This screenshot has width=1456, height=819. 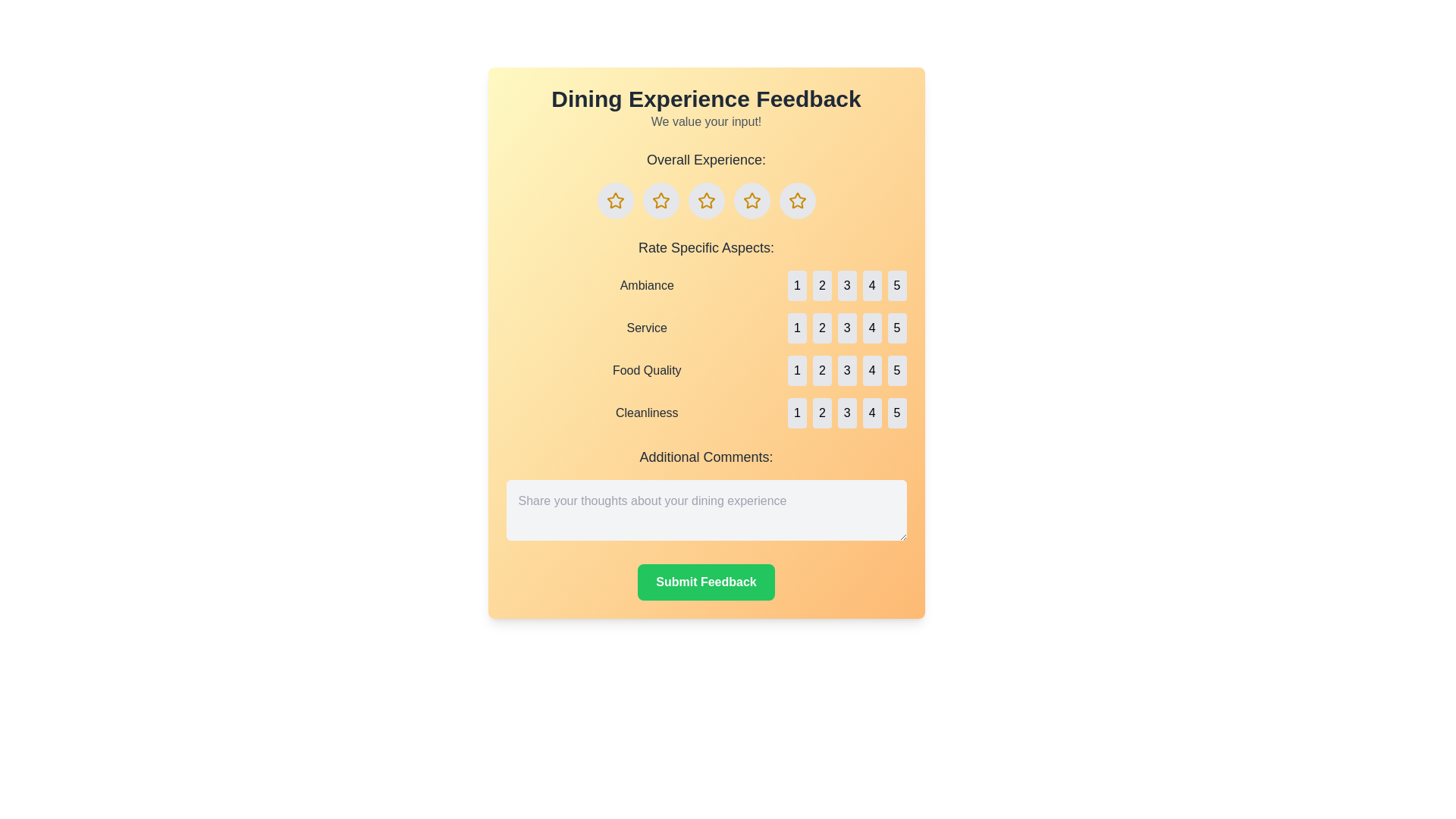 What do you see at coordinates (705, 99) in the screenshot?
I see `the prominently styled header with the text 'Dining Experience Feedback', which is located at the top-center of the interface and serves as the primary title of the page` at bounding box center [705, 99].